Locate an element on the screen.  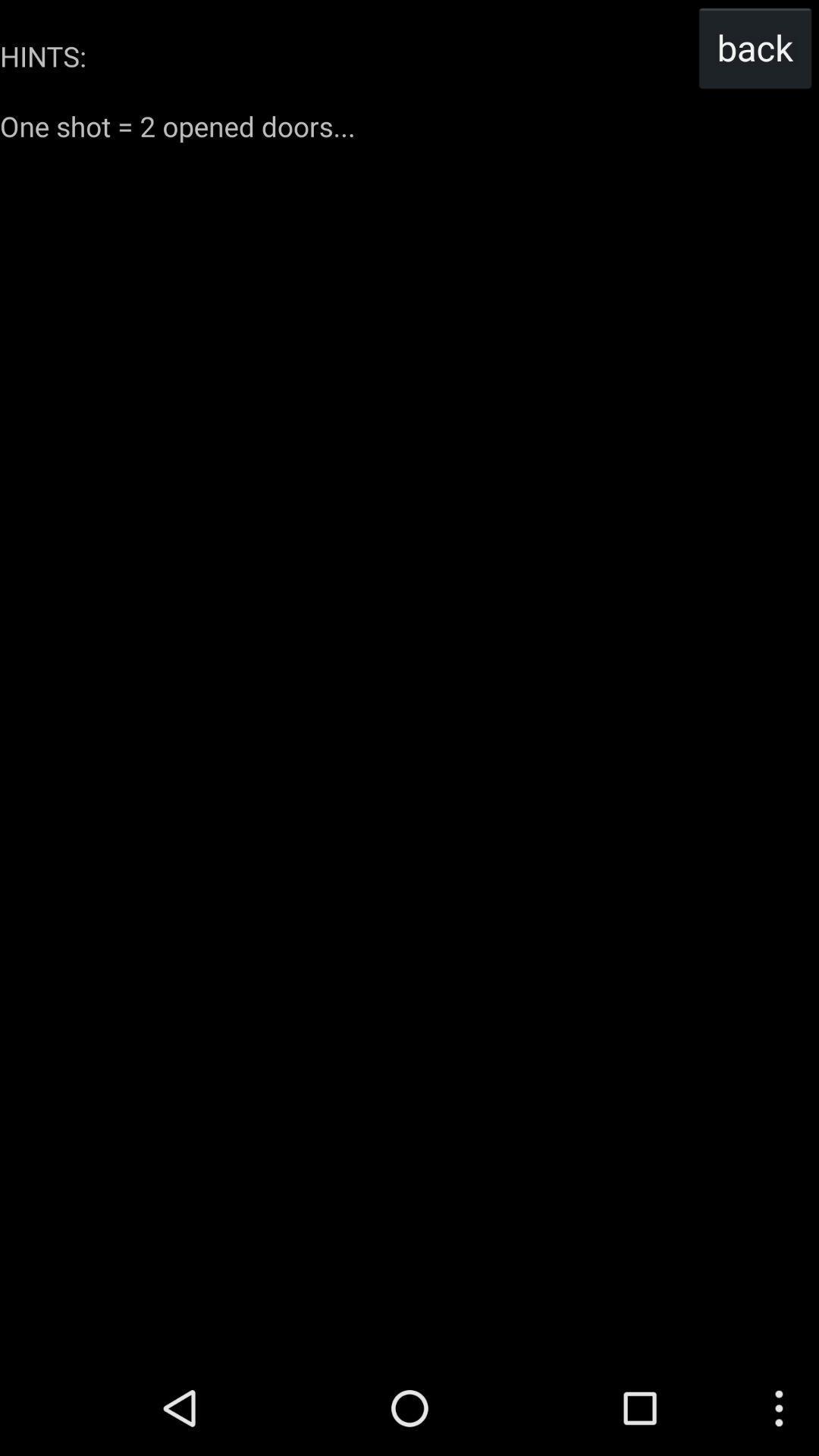
the back is located at coordinates (755, 47).